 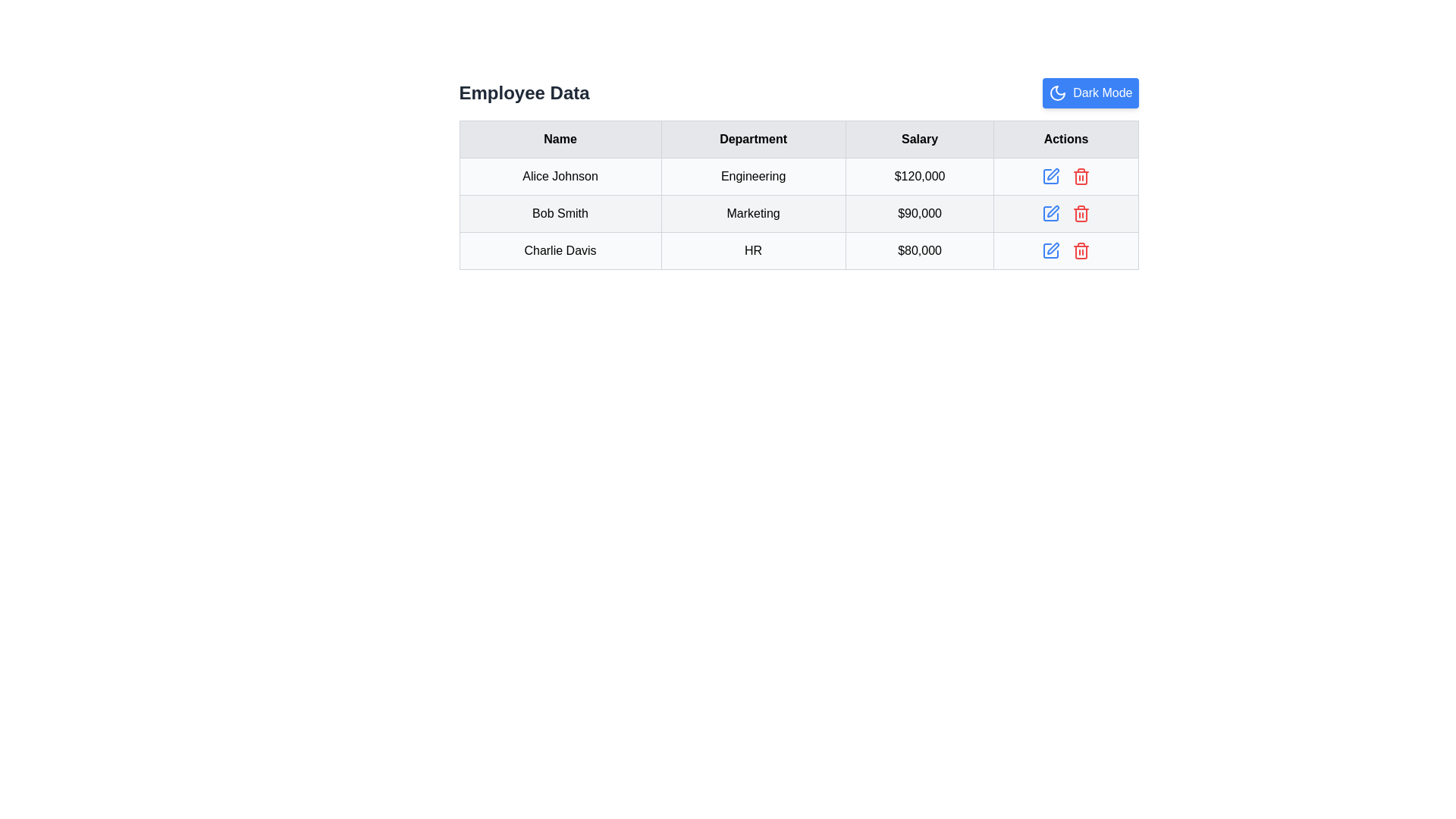 What do you see at coordinates (753, 213) in the screenshot?
I see `text displayed in the text cell of the table that shows 'Marketing' in the 'Department' column, located in the second row` at bounding box center [753, 213].